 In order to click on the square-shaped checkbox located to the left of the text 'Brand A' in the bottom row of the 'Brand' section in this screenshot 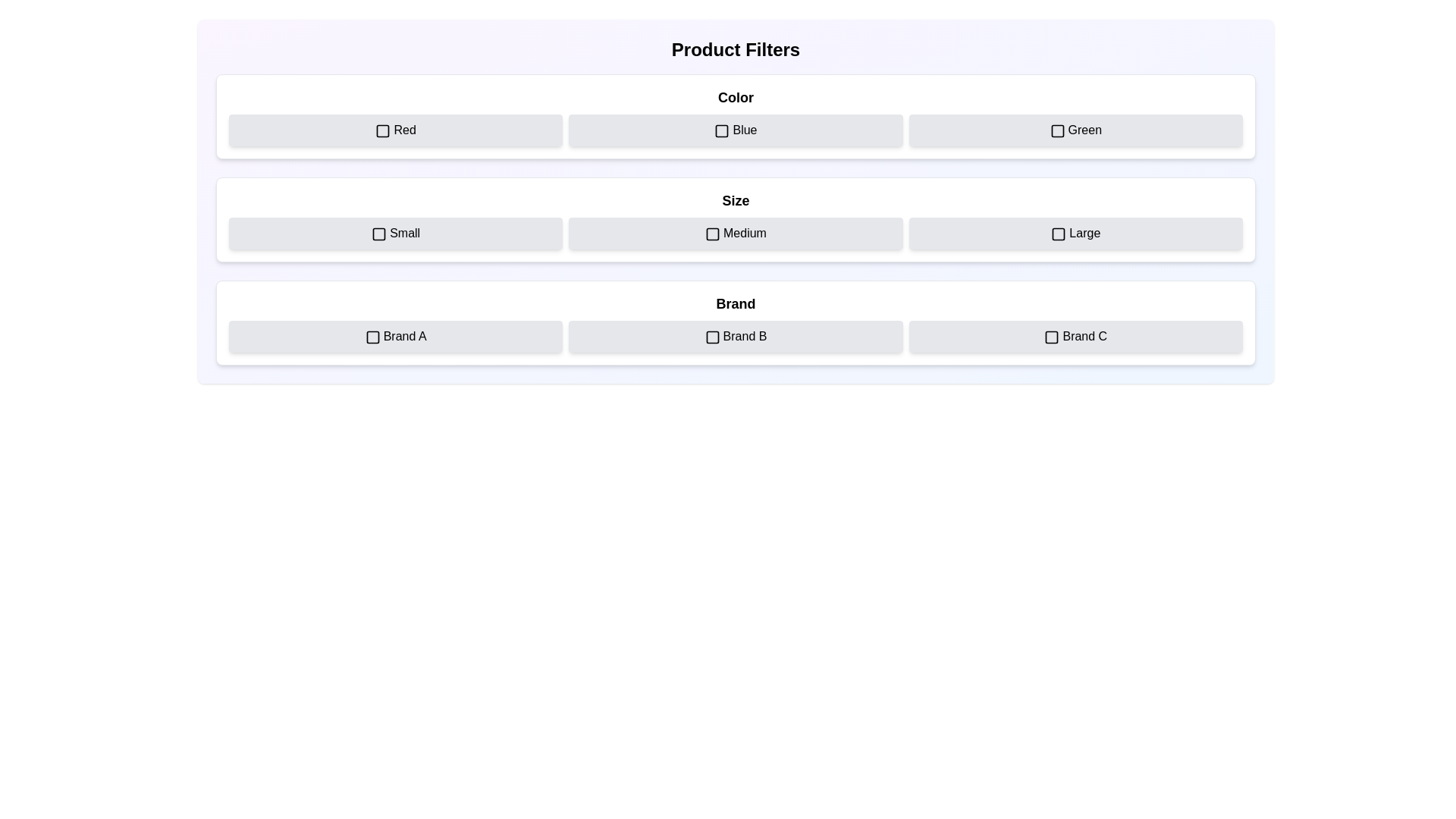, I will do `click(372, 336)`.